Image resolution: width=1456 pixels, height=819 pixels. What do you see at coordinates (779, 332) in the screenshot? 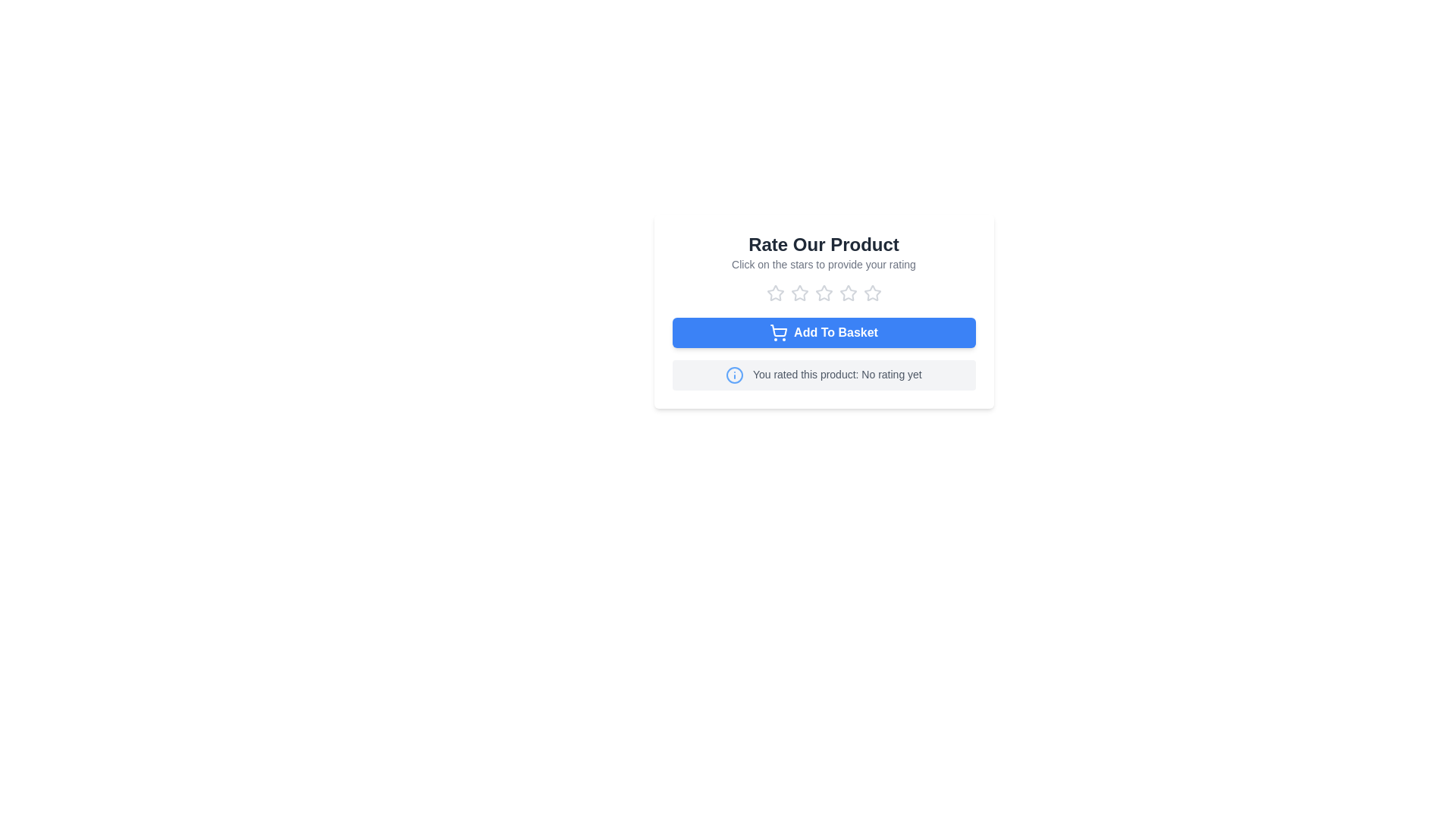
I see `the shopping cart icon that is centered within the 'Add To Basket' button, located below the 'Rate Our Product' heading and the star rating component` at bounding box center [779, 332].